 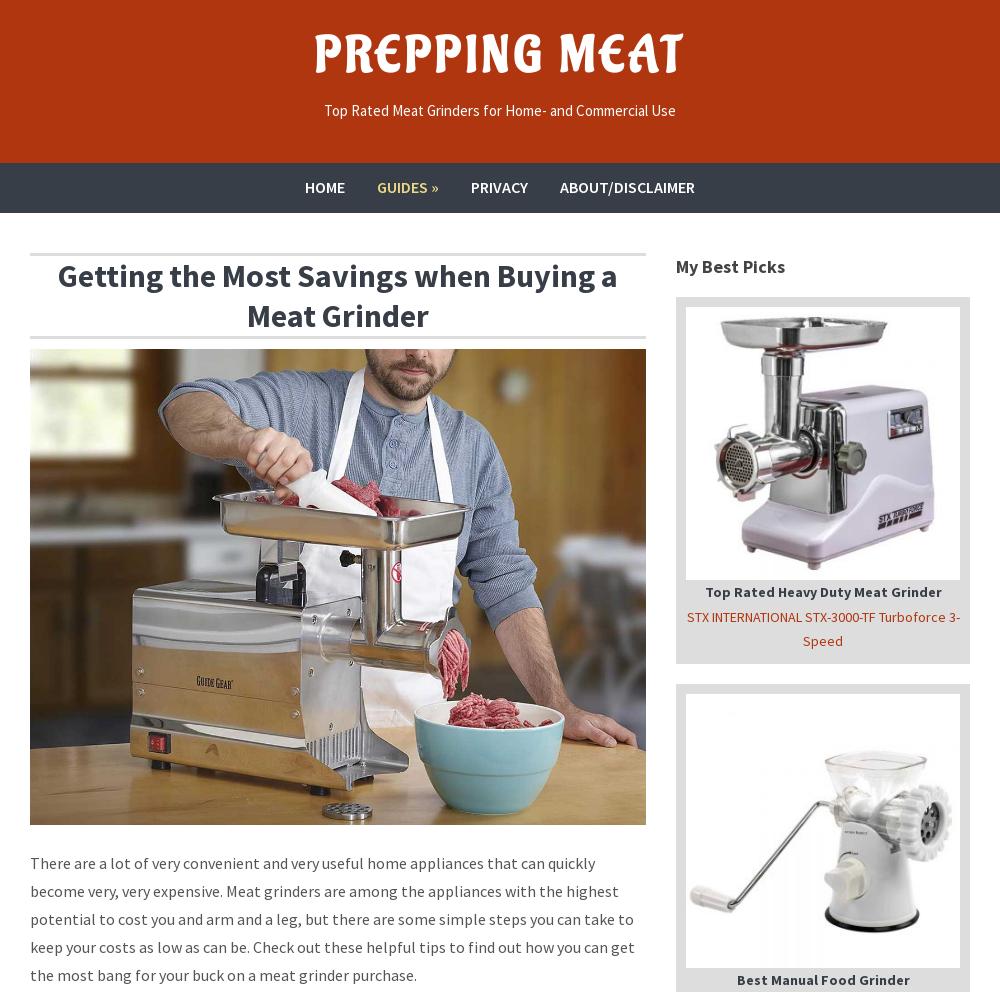 I want to click on 'My Best Picks', so click(x=729, y=264).